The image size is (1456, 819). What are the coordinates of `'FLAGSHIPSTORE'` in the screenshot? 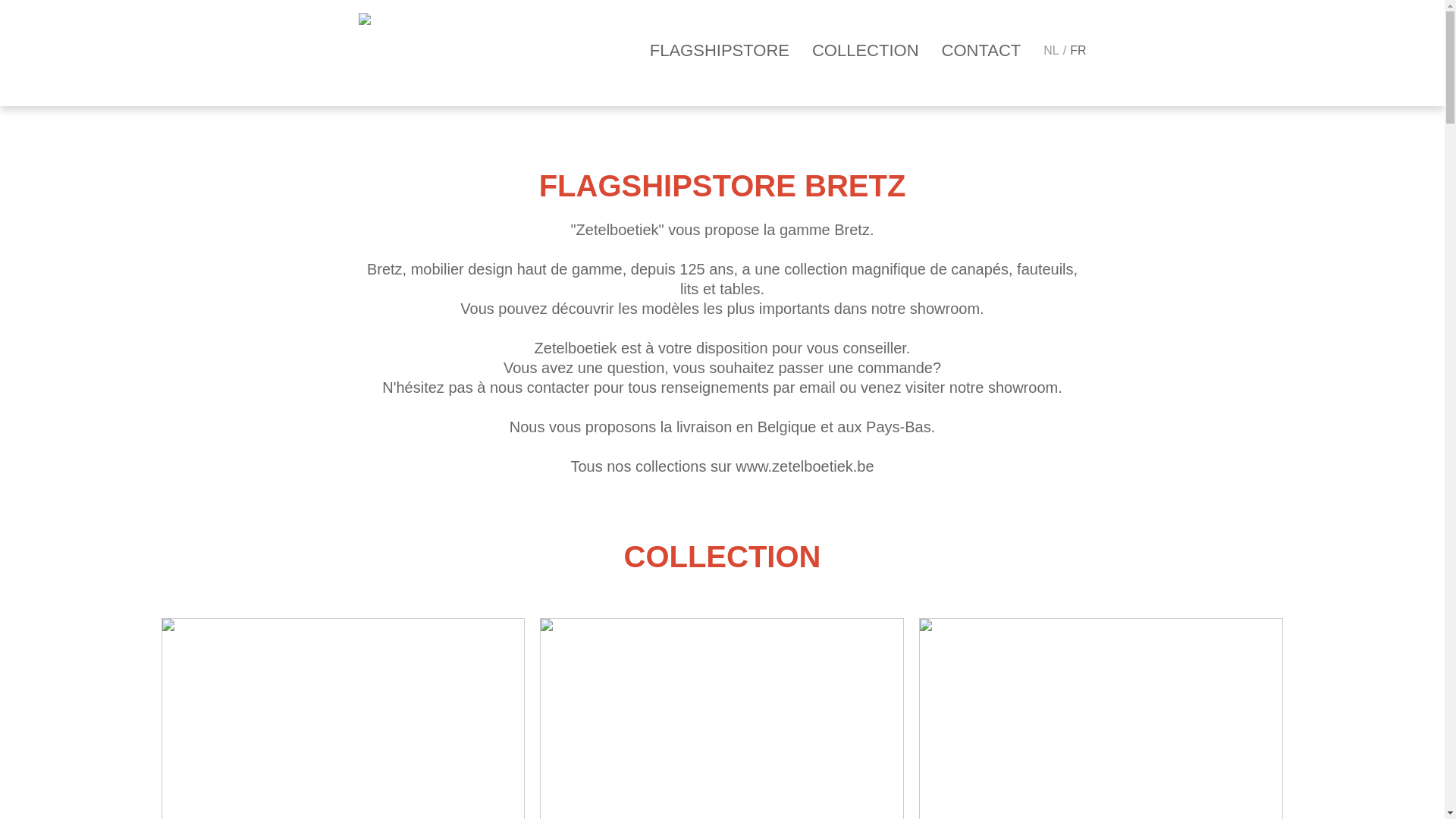 It's located at (719, 49).